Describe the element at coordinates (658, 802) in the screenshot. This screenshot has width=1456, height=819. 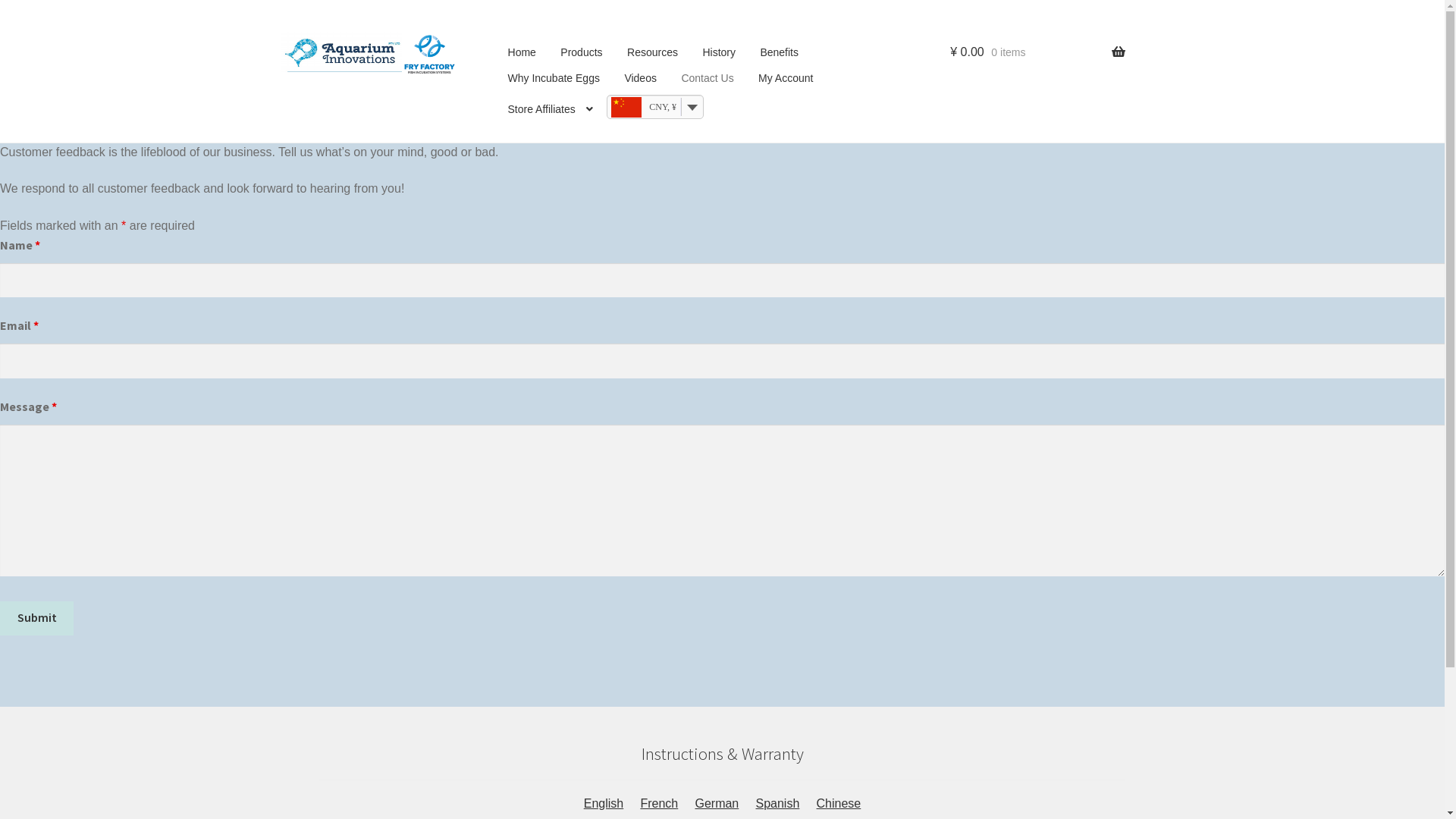
I see `'French'` at that location.